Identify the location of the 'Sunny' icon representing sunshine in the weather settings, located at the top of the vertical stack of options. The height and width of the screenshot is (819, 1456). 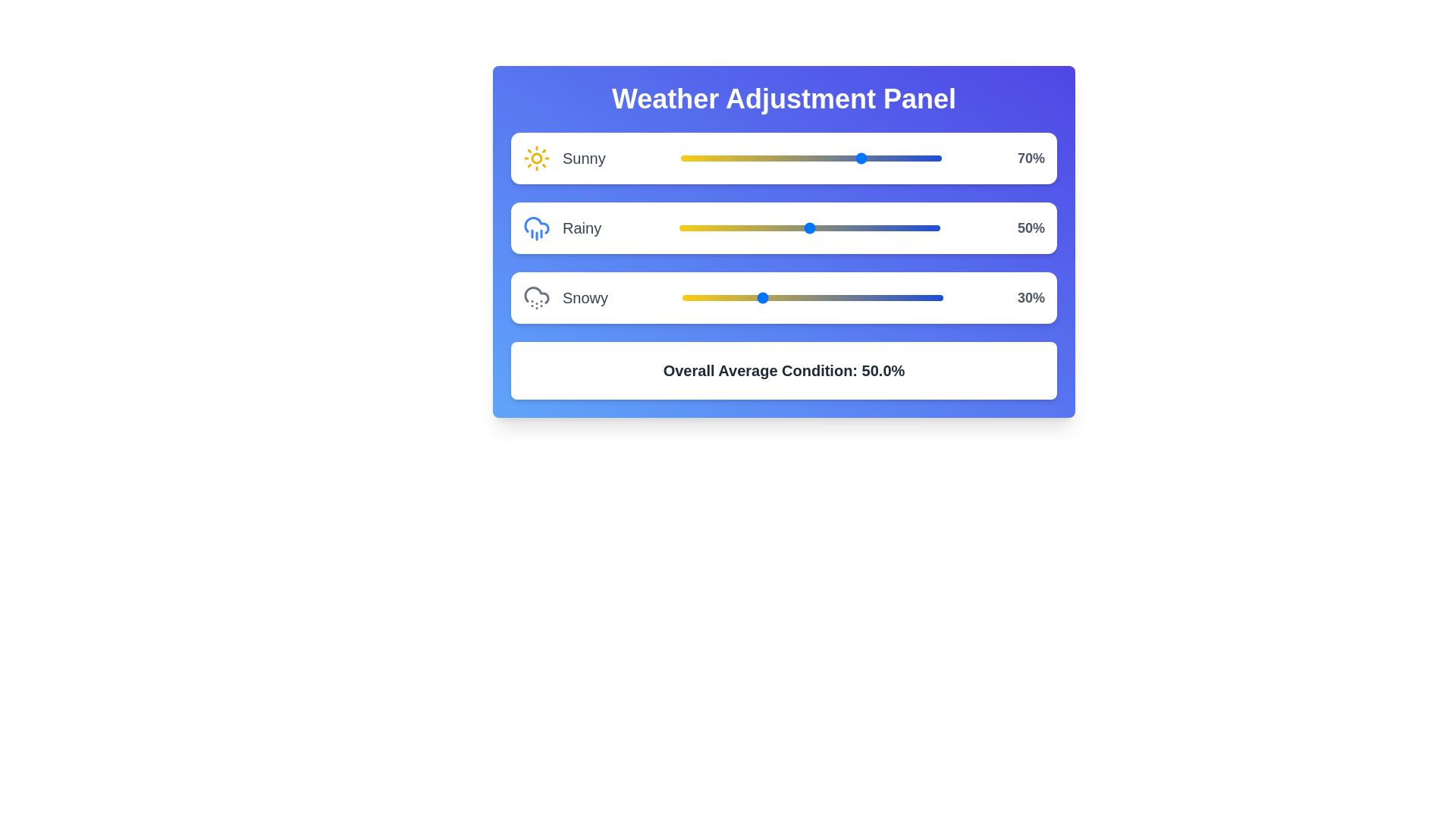
(537, 158).